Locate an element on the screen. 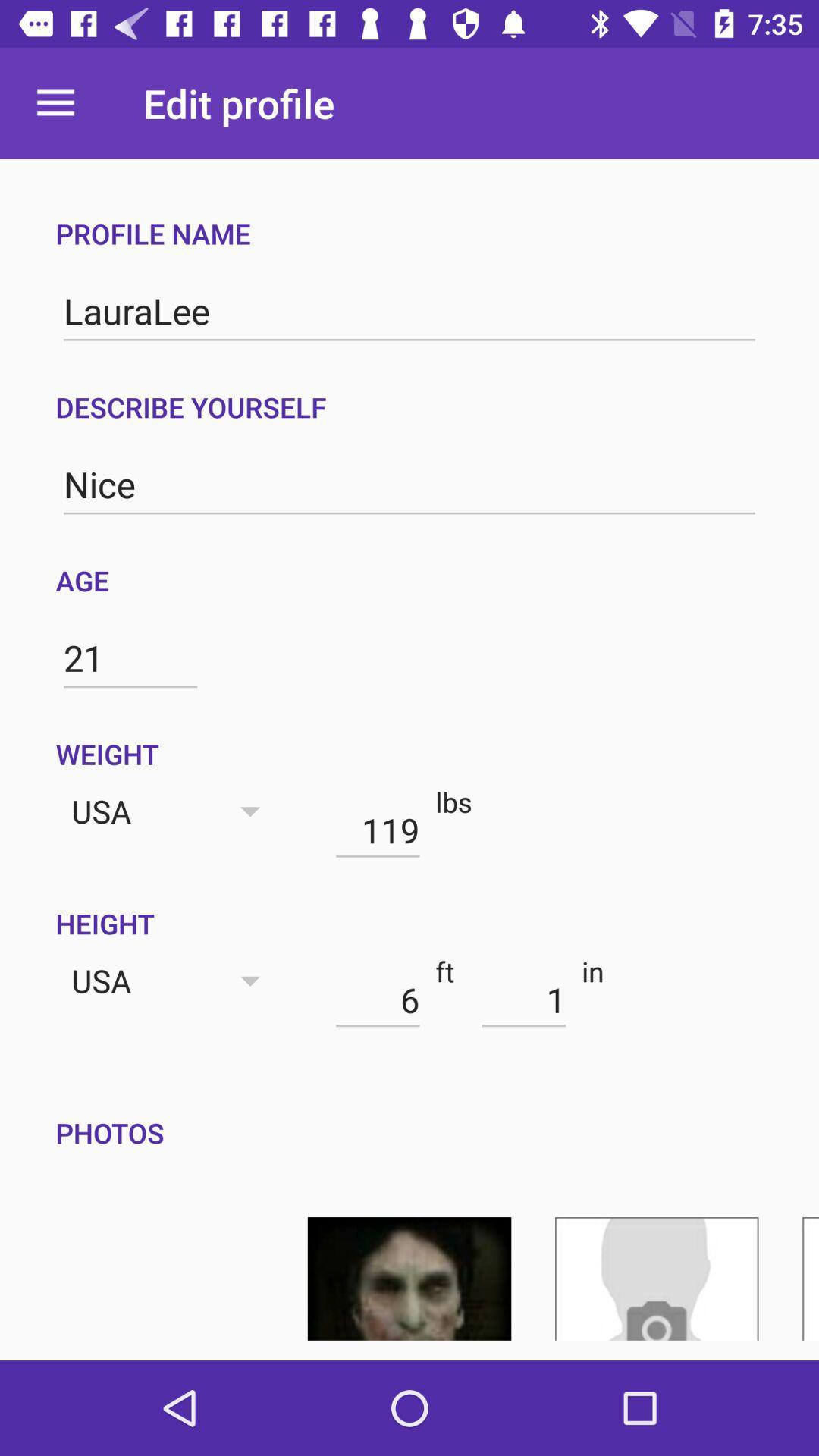 The width and height of the screenshot is (819, 1456). item below age is located at coordinates (130, 658).